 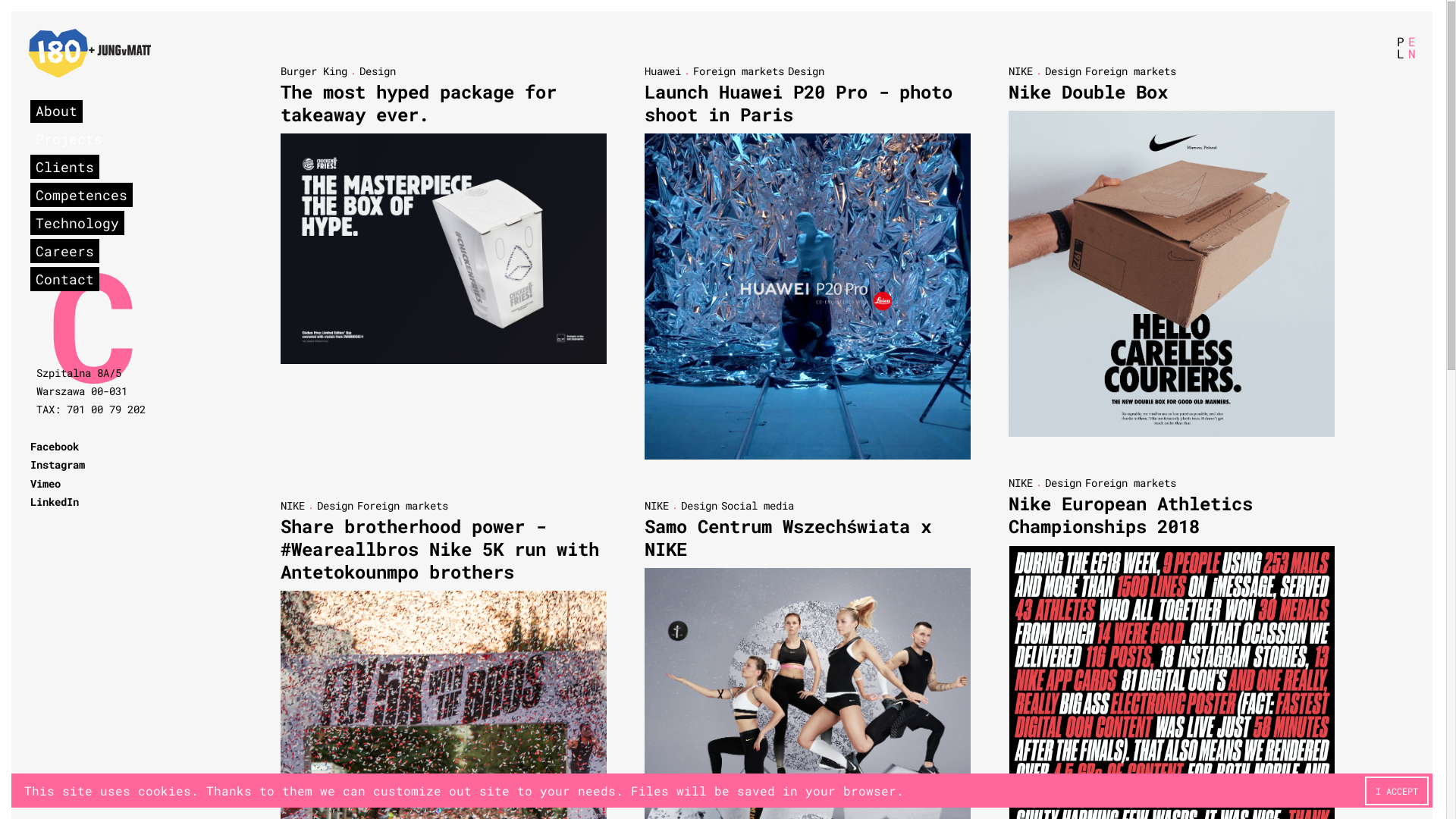 I want to click on 'I ACCEPT', so click(x=1396, y=792).